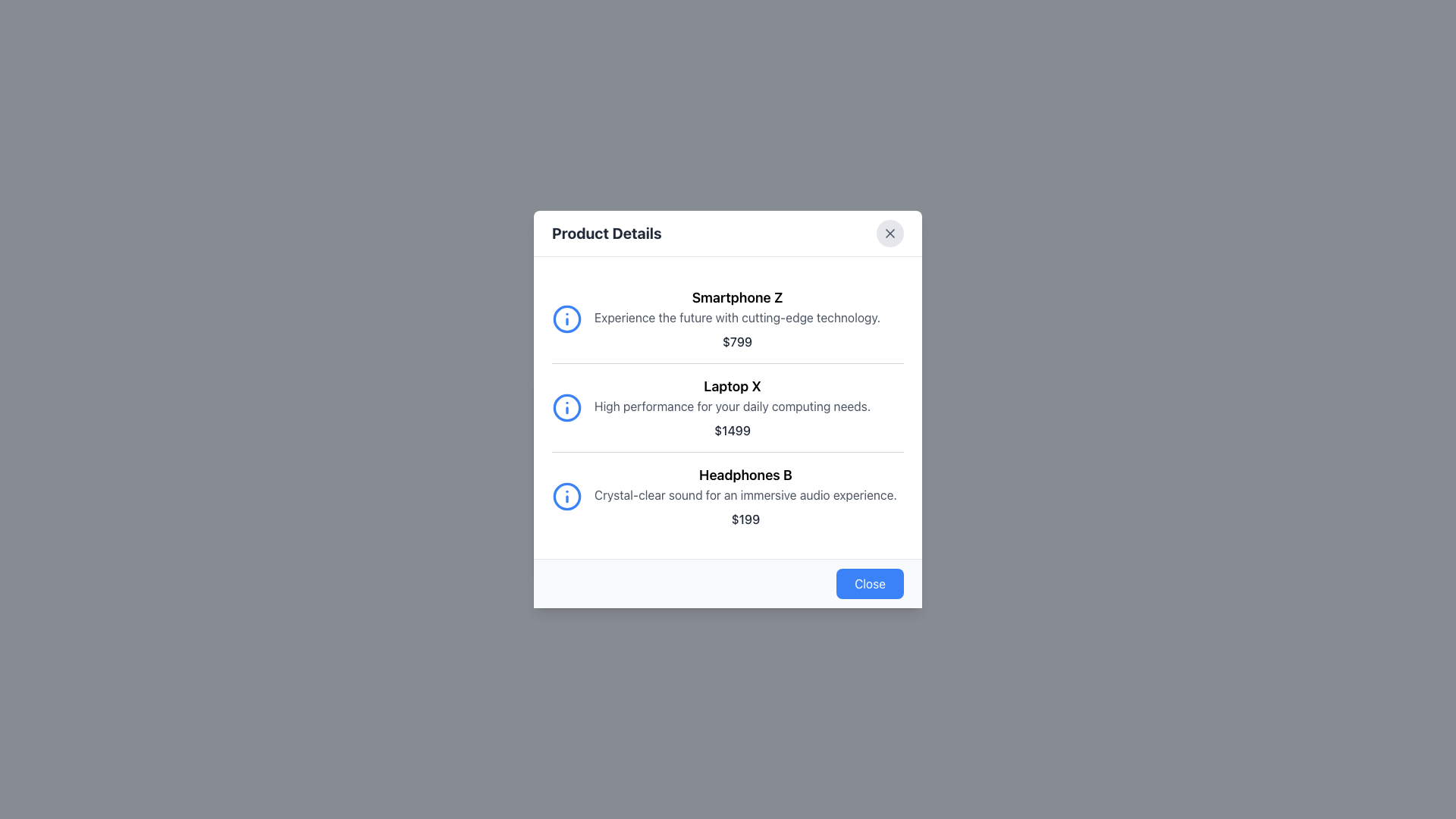  What do you see at coordinates (566, 497) in the screenshot?
I see `the circular Information icon with a blue outline and a white interior, containing a lowercase 'i' symbol in blue, located adjacent to the product description of 'Headphones B'` at bounding box center [566, 497].